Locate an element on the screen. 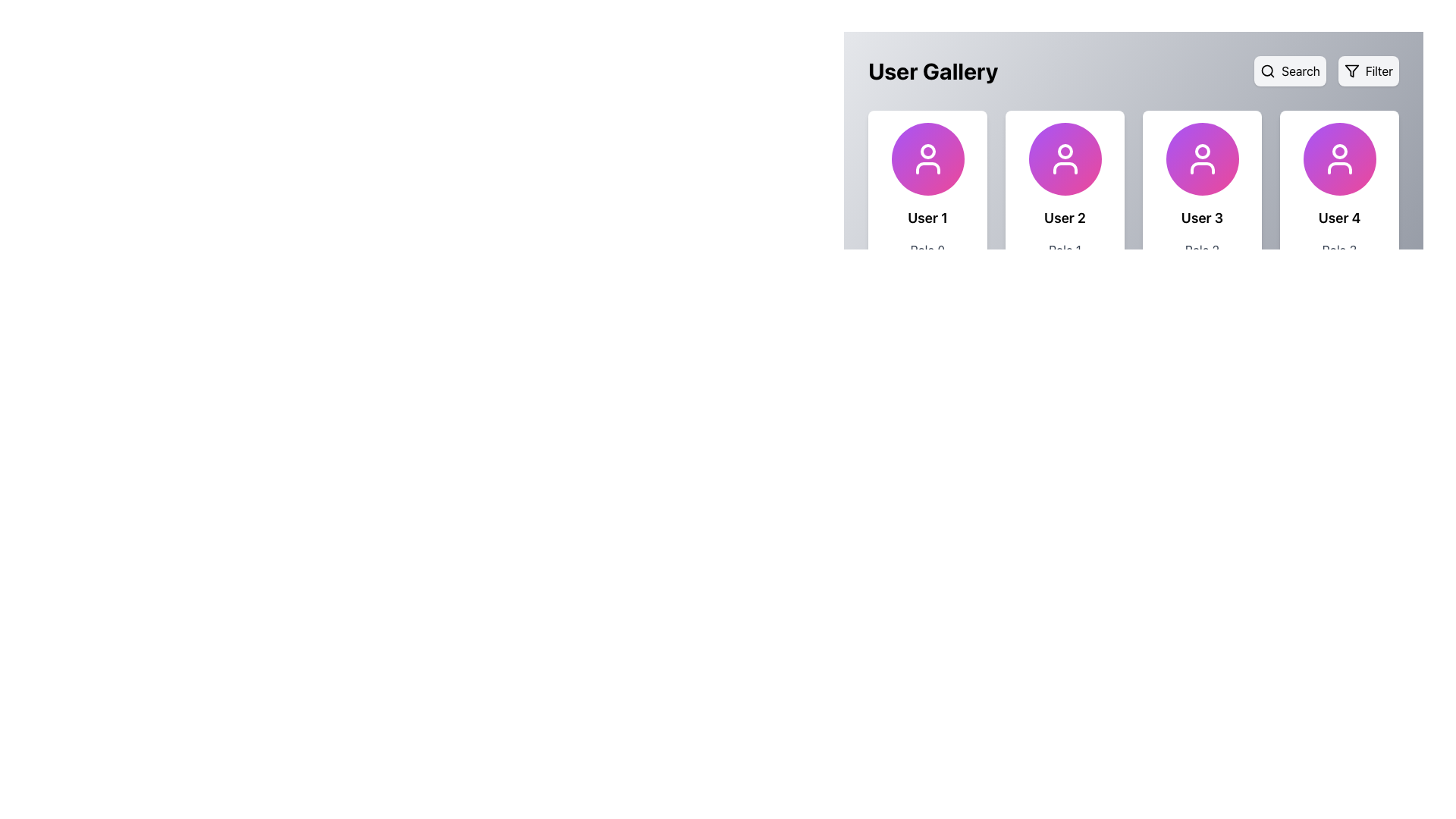 The image size is (1456, 819). the user profile summary card for 'User 3' in the User Gallery section, which contains text, an icon, and a button is located at coordinates (1201, 221).